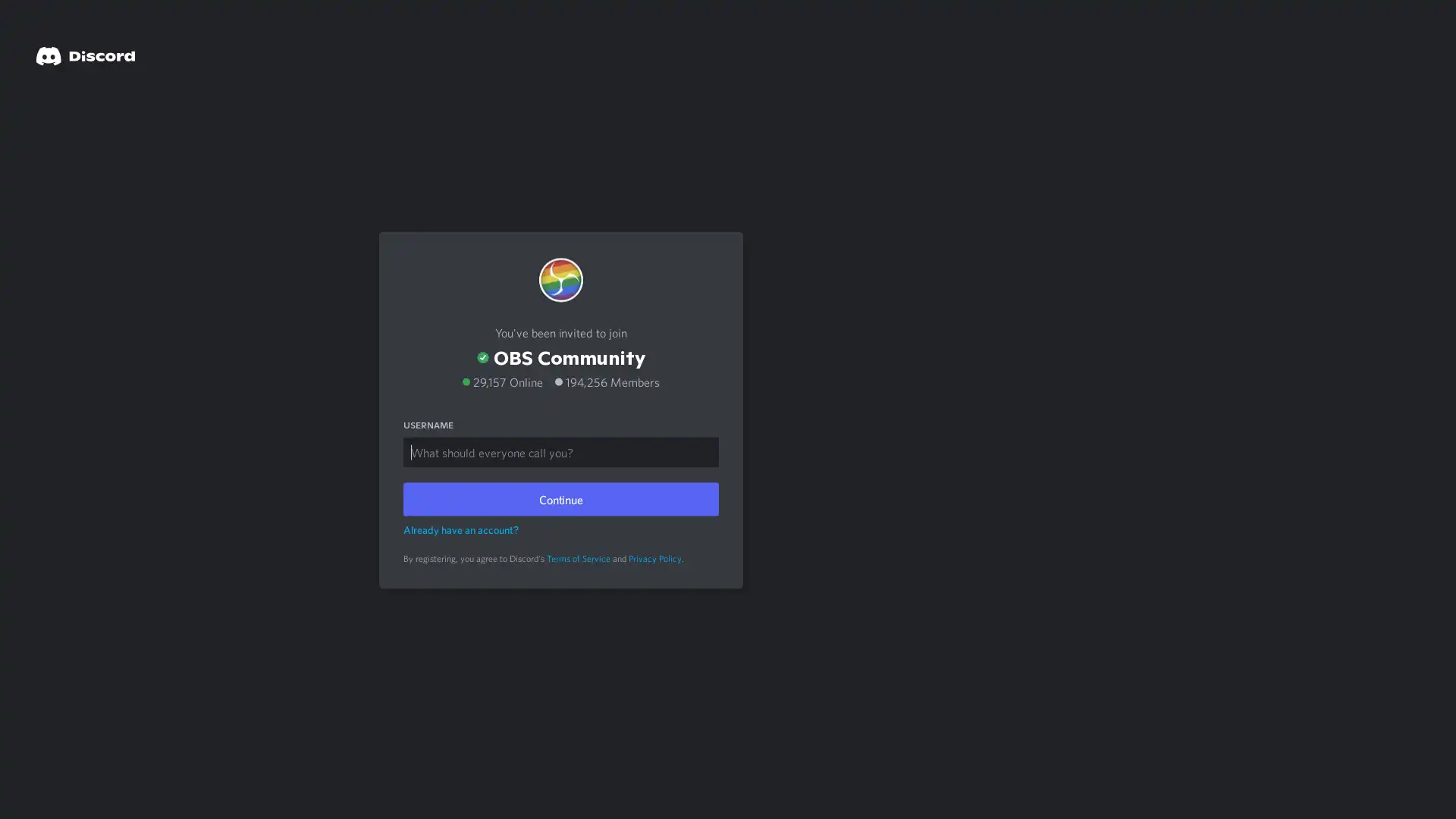 The width and height of the screenshot is (1456, 819). Describe the element at coordinates (560, 497) in the screenshot. I see `Continue` at that location.